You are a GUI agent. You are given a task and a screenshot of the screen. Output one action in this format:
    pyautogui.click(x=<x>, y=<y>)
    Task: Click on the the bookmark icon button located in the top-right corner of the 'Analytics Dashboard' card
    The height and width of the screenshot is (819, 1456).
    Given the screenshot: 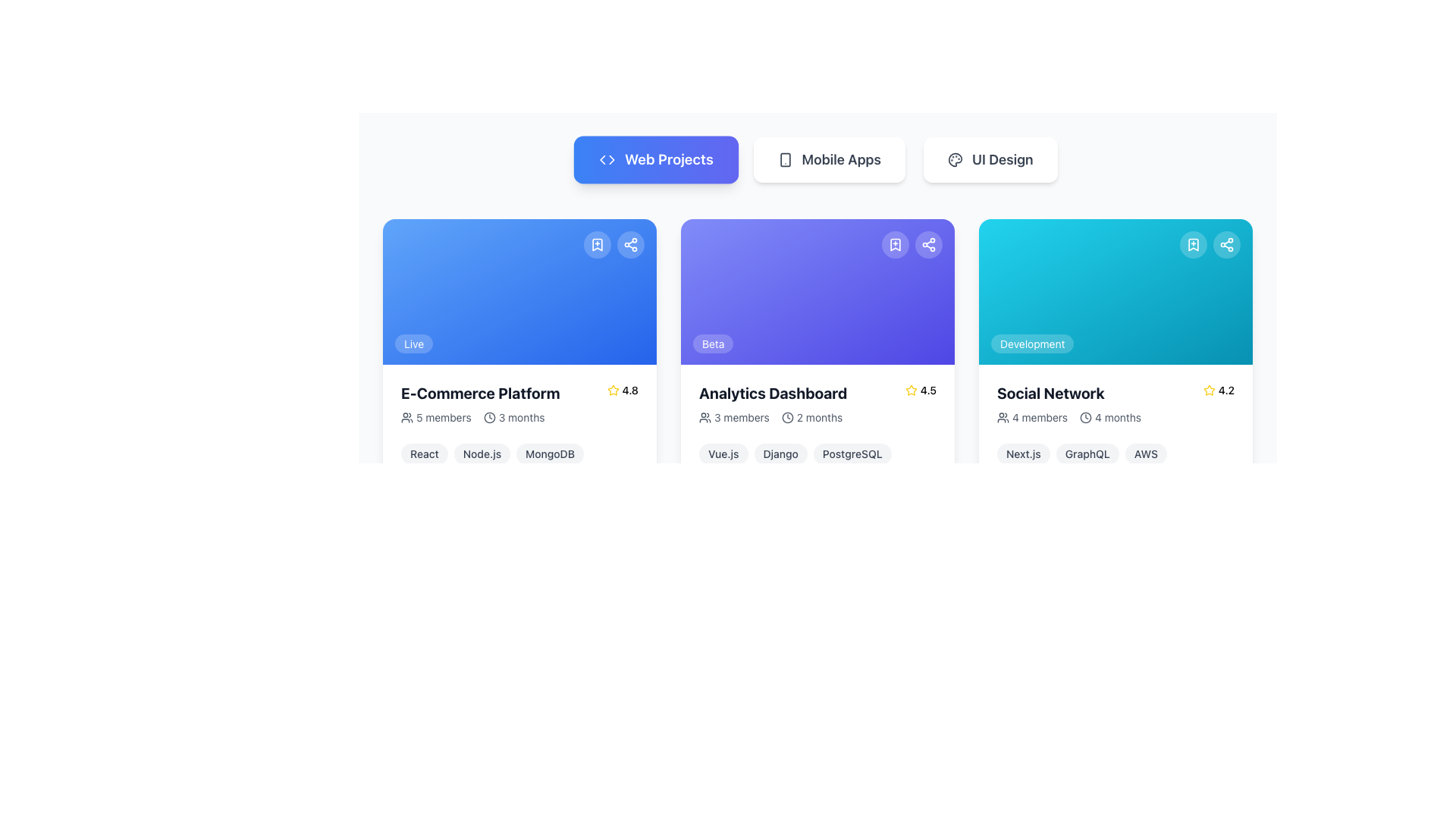 What is the action you would take?
    pyautogui.click(x=895, y=244)
    